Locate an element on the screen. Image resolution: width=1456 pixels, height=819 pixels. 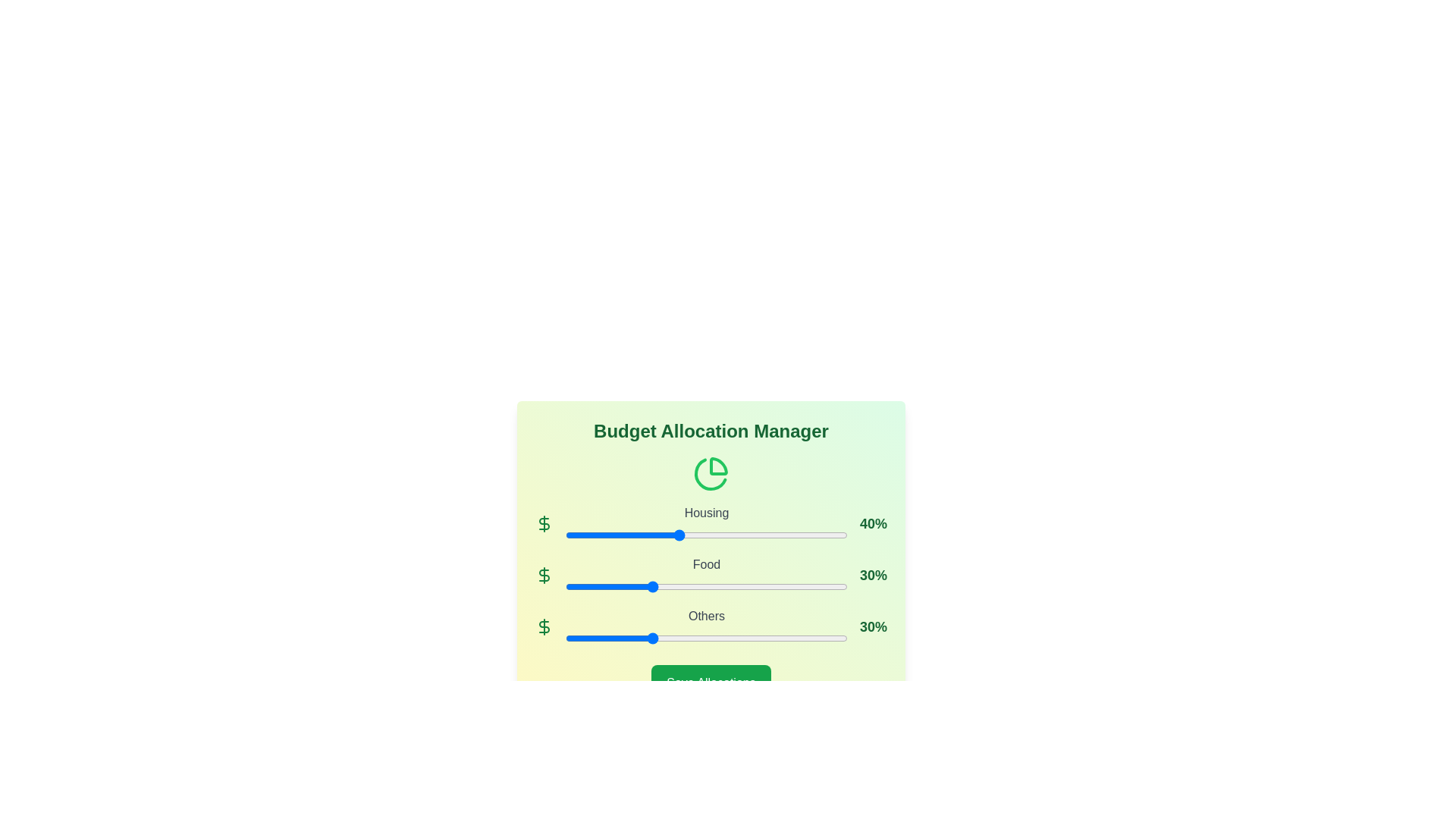
the pie chart icon is located at coordinates (710, 472).